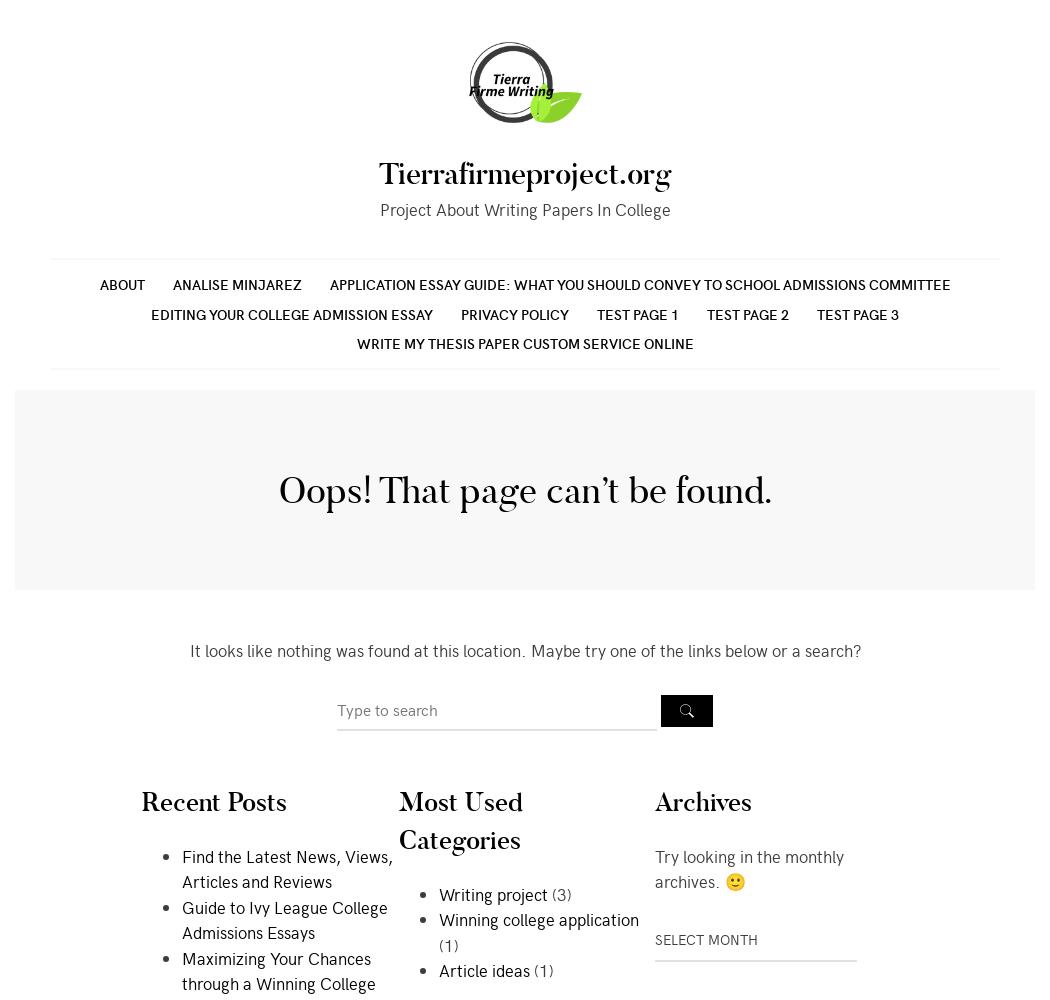 The width and height of the screenshot is (1050, 1000). I want to click on 'Write My Thesis Paper Custom Service Online', so click(523, 342).